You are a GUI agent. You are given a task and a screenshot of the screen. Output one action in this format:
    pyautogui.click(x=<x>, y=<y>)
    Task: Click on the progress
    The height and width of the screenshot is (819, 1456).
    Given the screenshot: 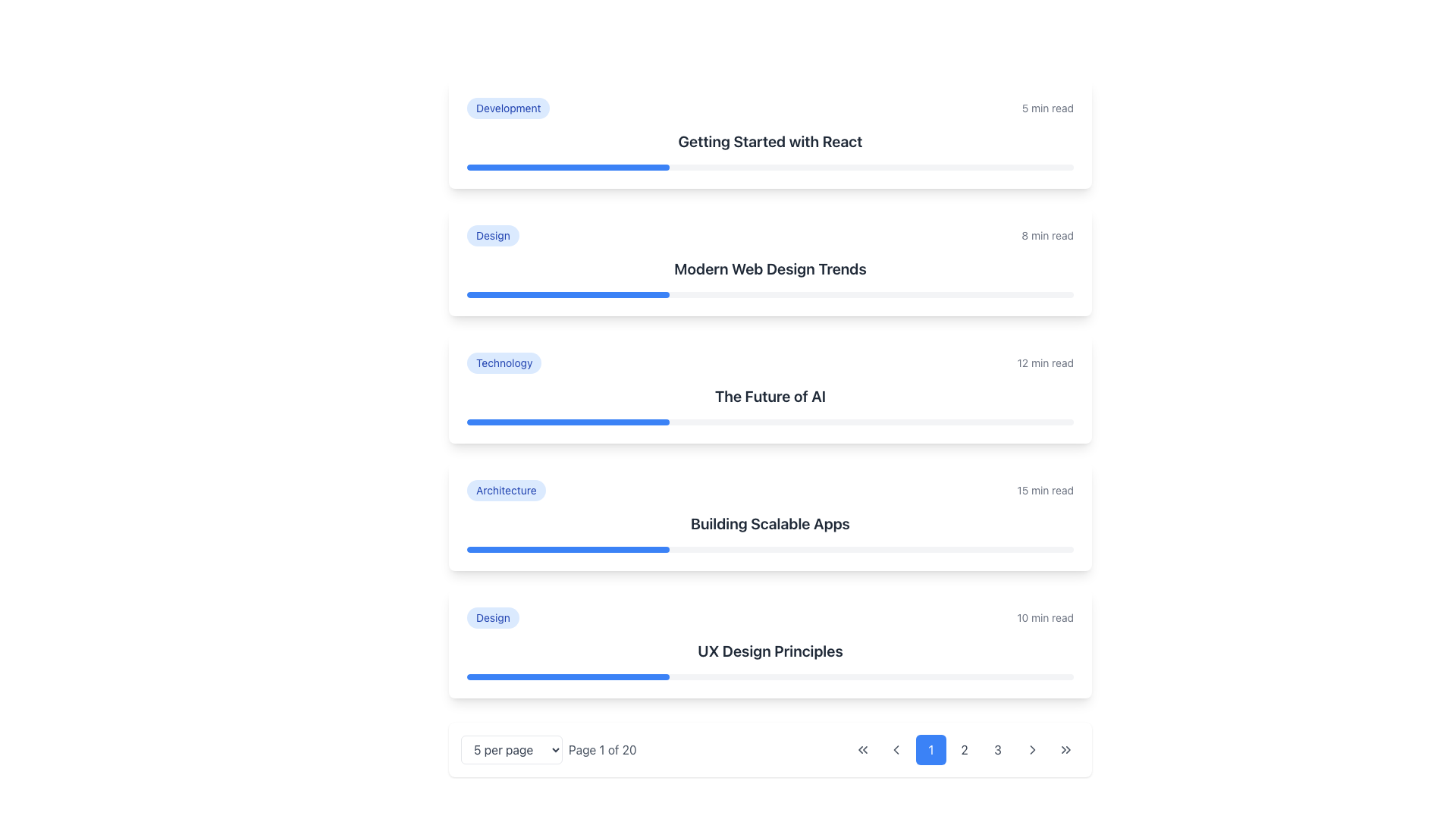 What is the action you would take?
    pyautogui.click(x=910, y=295)
    